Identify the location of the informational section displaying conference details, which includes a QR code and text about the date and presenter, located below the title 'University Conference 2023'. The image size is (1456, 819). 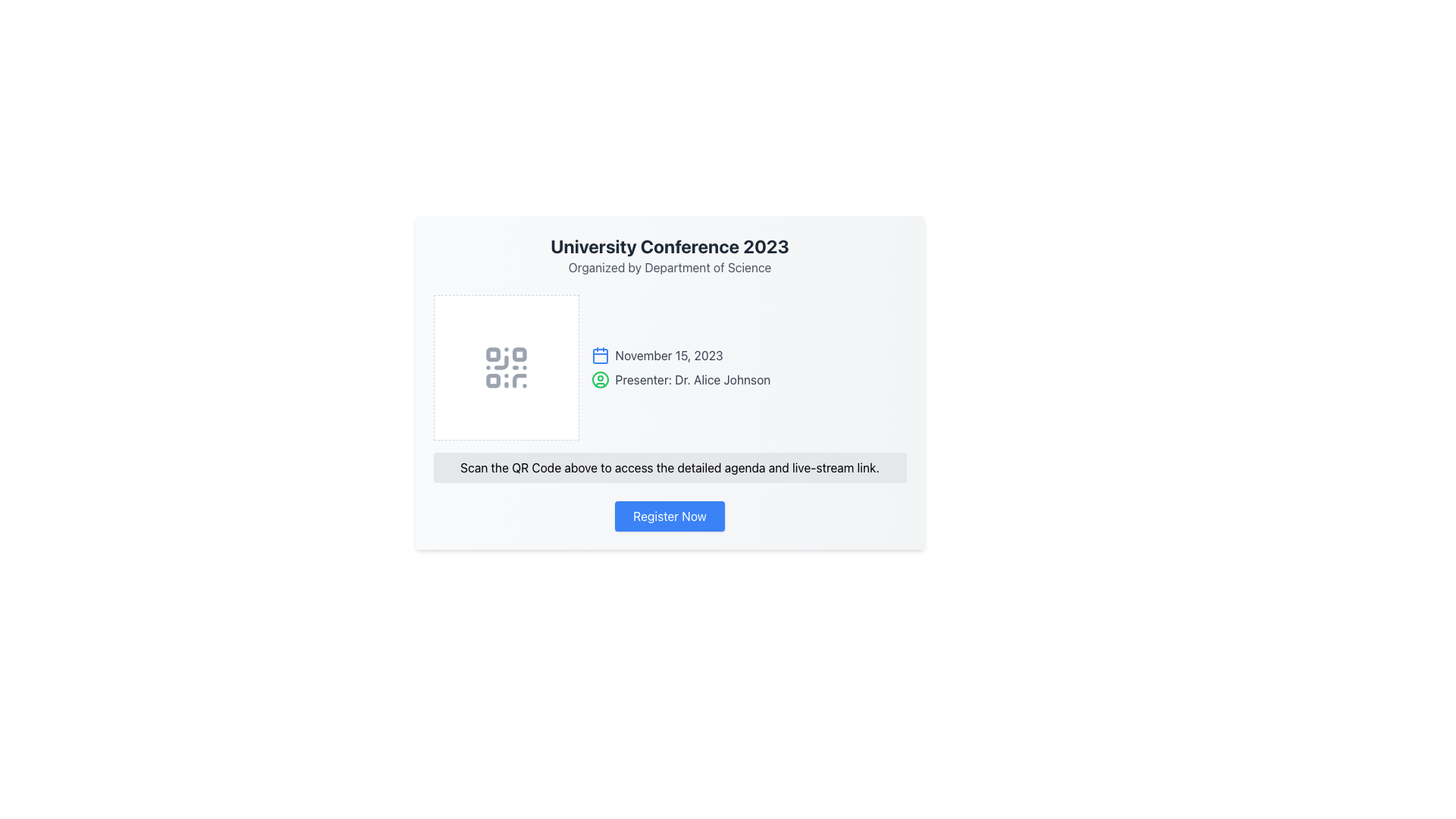
(669, 368).